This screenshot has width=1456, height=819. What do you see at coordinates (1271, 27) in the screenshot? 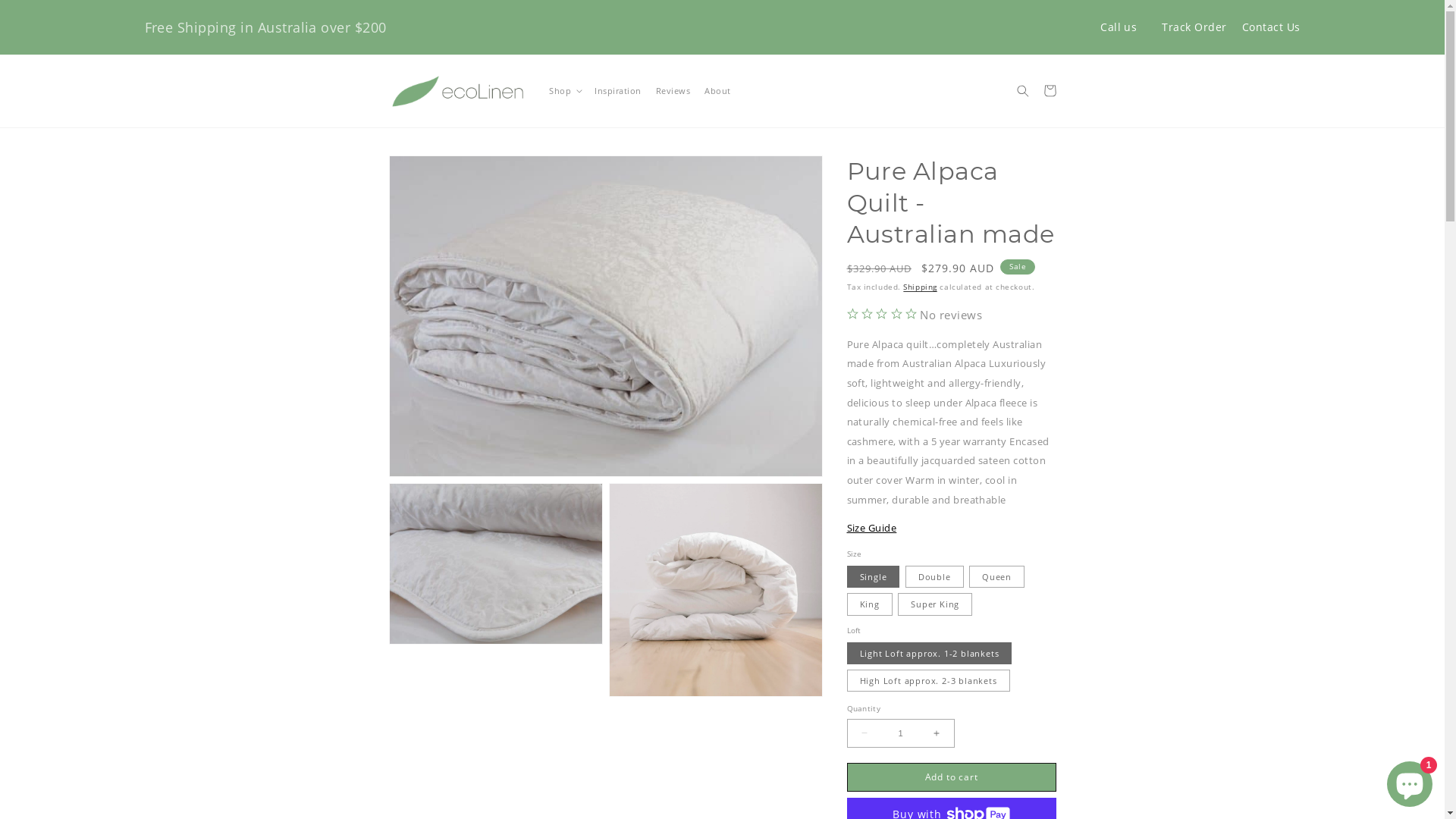
I see `'Contact Us'` at bounding box center [1271, 27].